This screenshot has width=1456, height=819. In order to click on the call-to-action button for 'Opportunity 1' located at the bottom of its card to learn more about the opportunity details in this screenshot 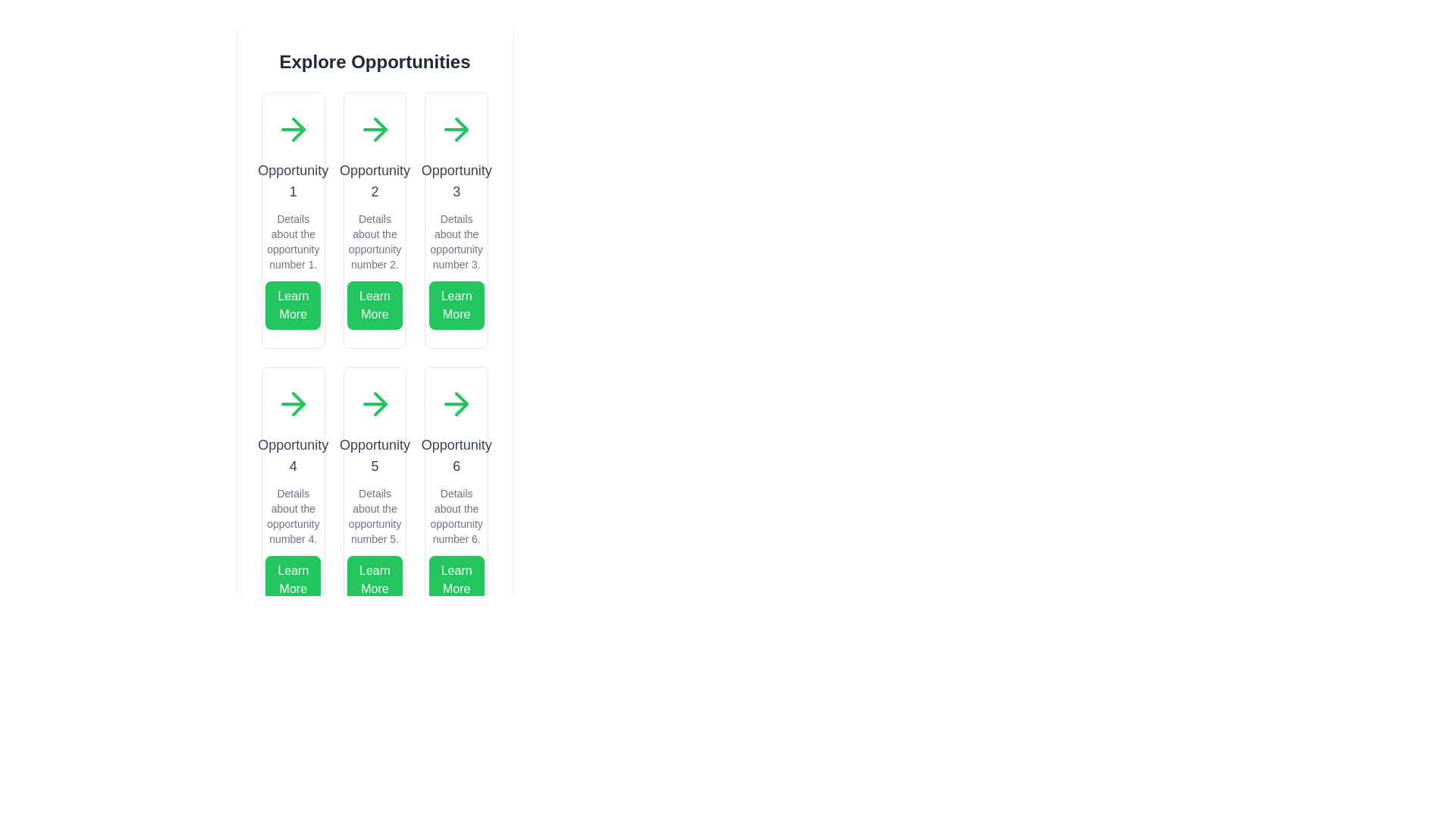, I will do `click(293, 305)`.